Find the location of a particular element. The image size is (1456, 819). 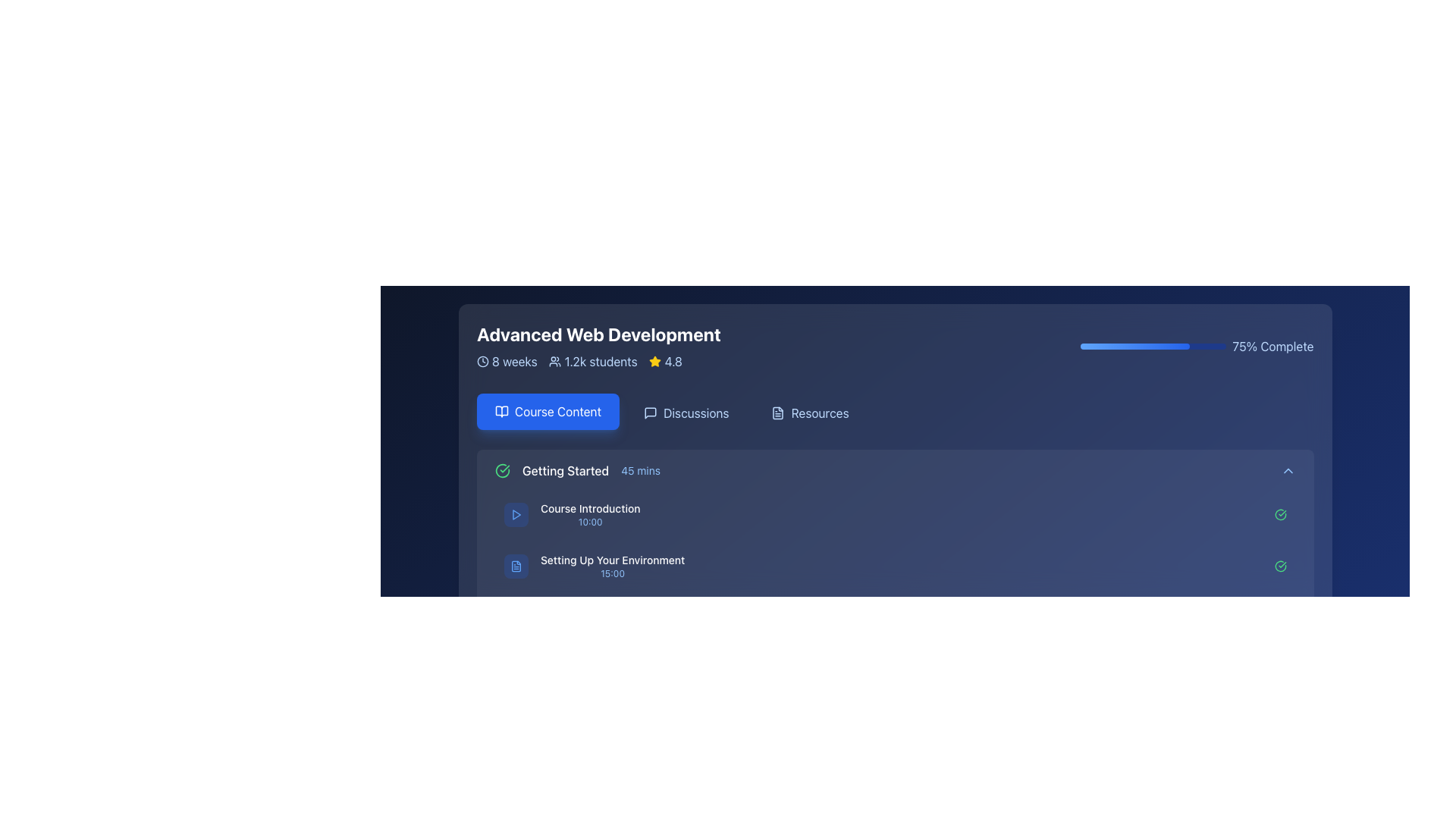

the progress bar segment located at the top-right portion of the interface, which transitions from lighter blue to darker blue and indicates 75% completion is located at coordinates (1135, 346).